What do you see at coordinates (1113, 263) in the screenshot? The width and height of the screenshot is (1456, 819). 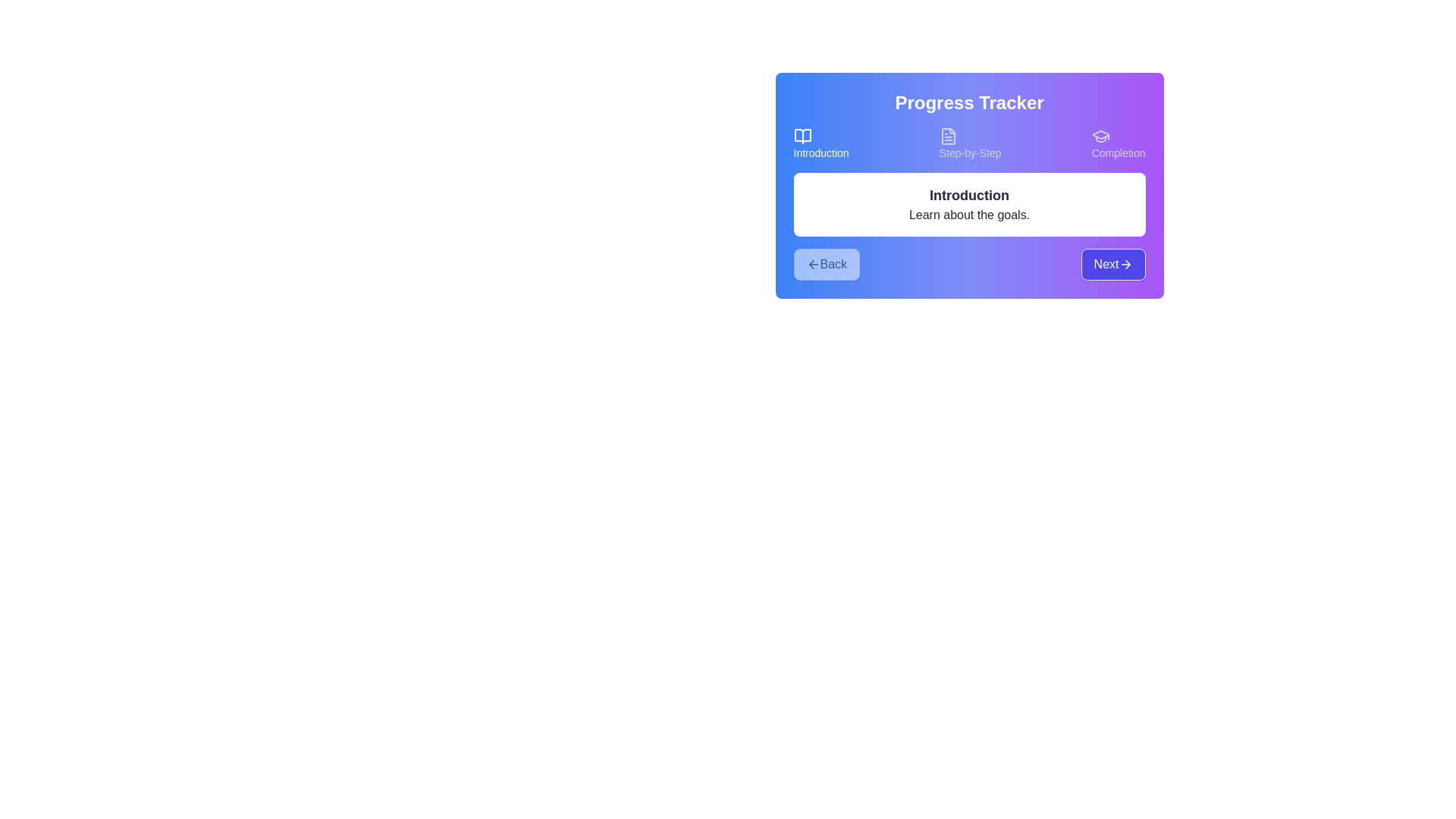 I see `Next button to navigate through the steps` at bounding box center [1113, 263].